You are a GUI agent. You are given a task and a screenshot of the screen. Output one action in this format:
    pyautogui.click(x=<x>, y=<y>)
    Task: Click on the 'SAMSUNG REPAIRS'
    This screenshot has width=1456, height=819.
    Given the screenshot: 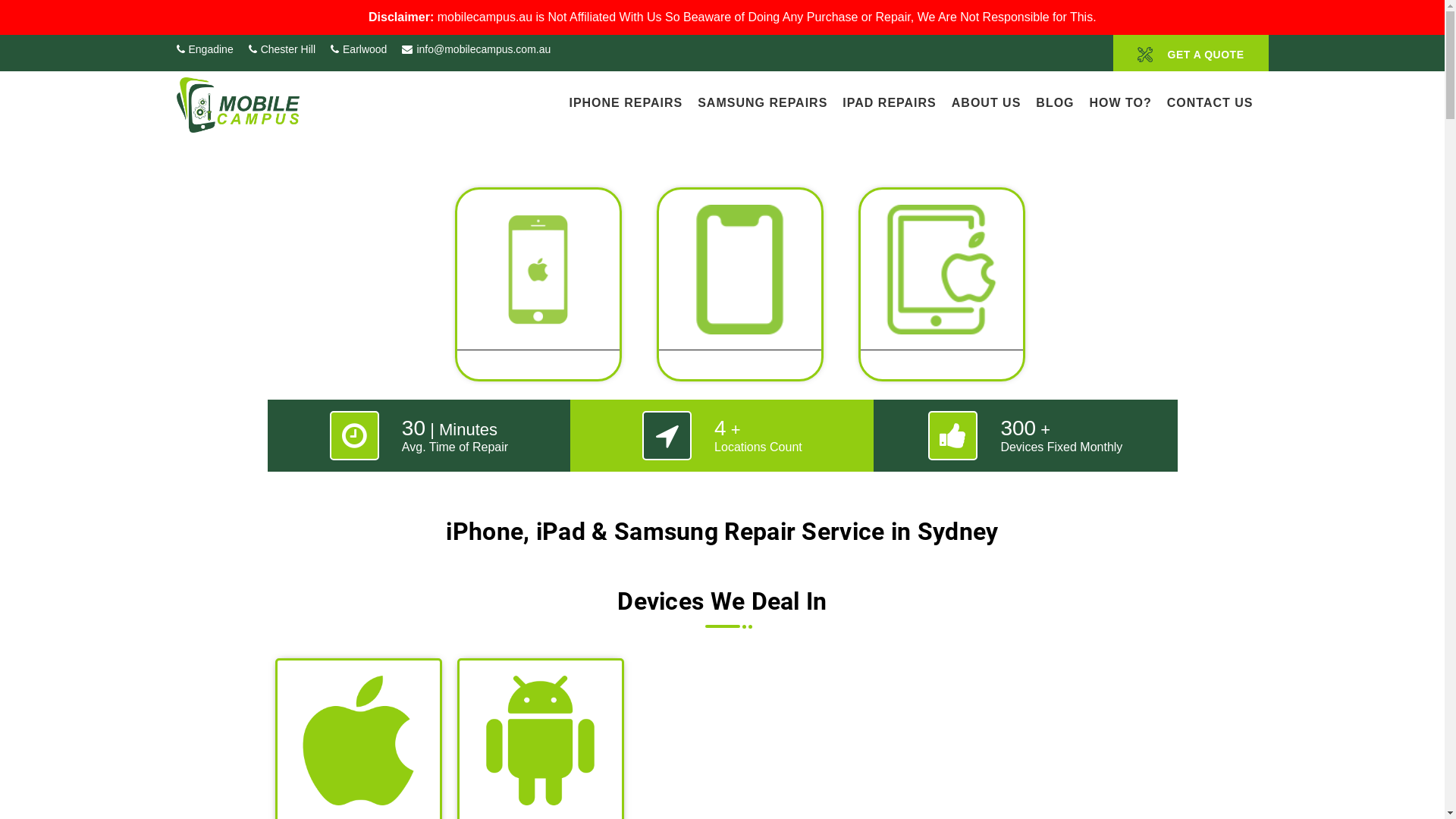 What is the action you would take?
    pyautogui.click(x=762, y=101)
    